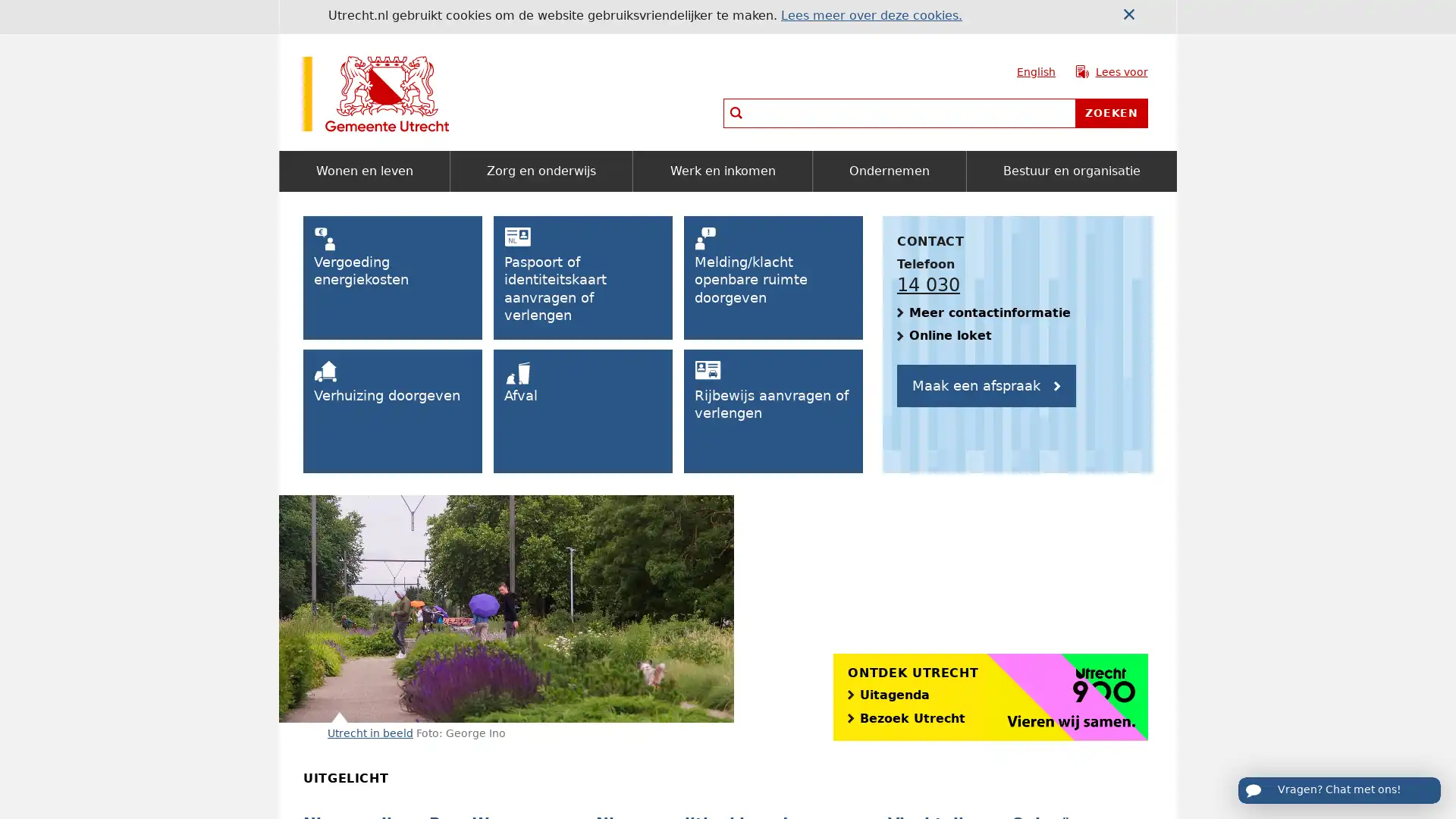  I want to click on Lees voor, so click(1111, 72).